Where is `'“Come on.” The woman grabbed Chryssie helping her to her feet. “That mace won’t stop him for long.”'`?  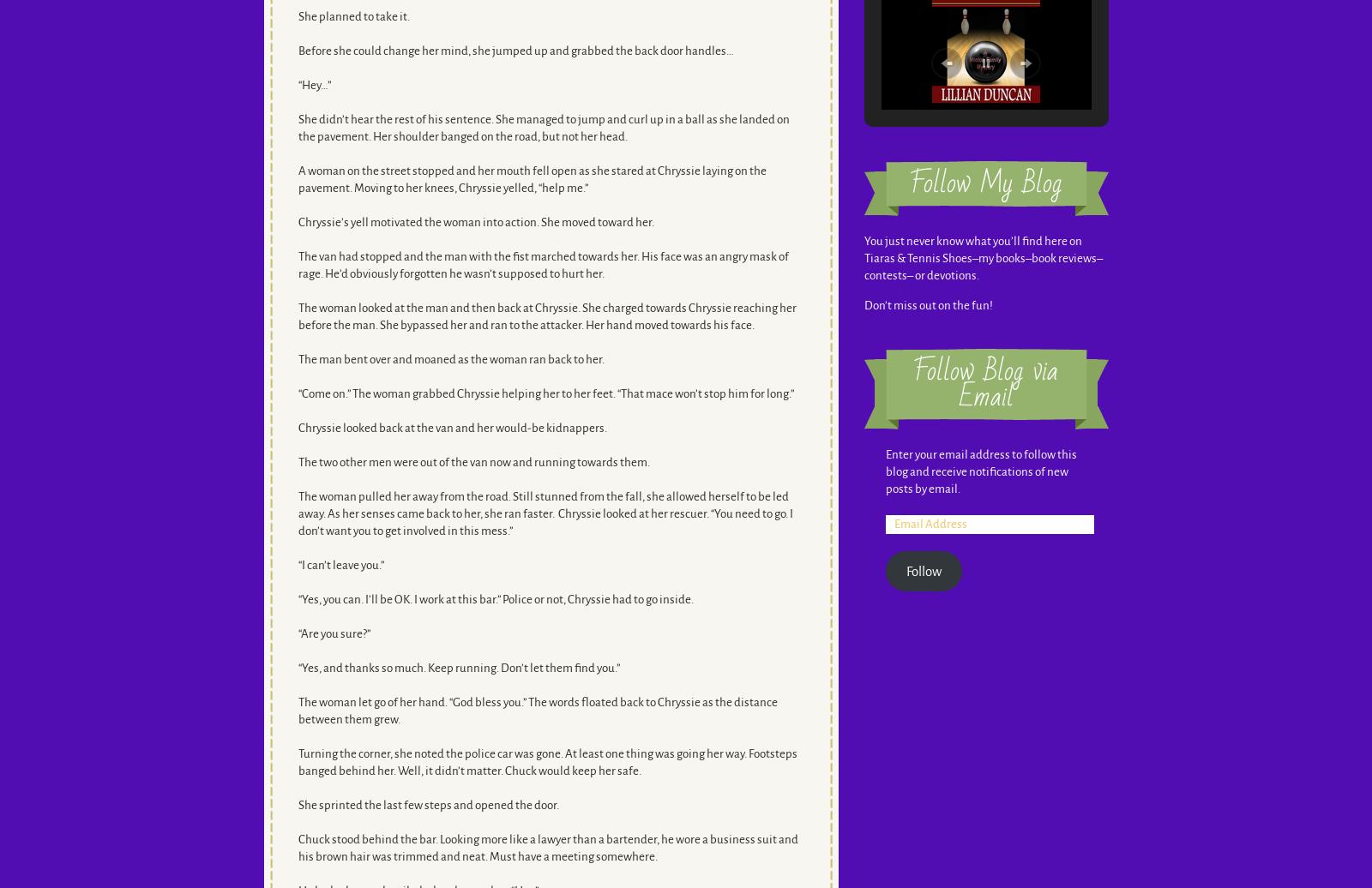
'“Come on.” The woman grabbed Chryssie helping her to her feet. “That mace won’t stop him for long.”' is located at coordinates (545, 393).